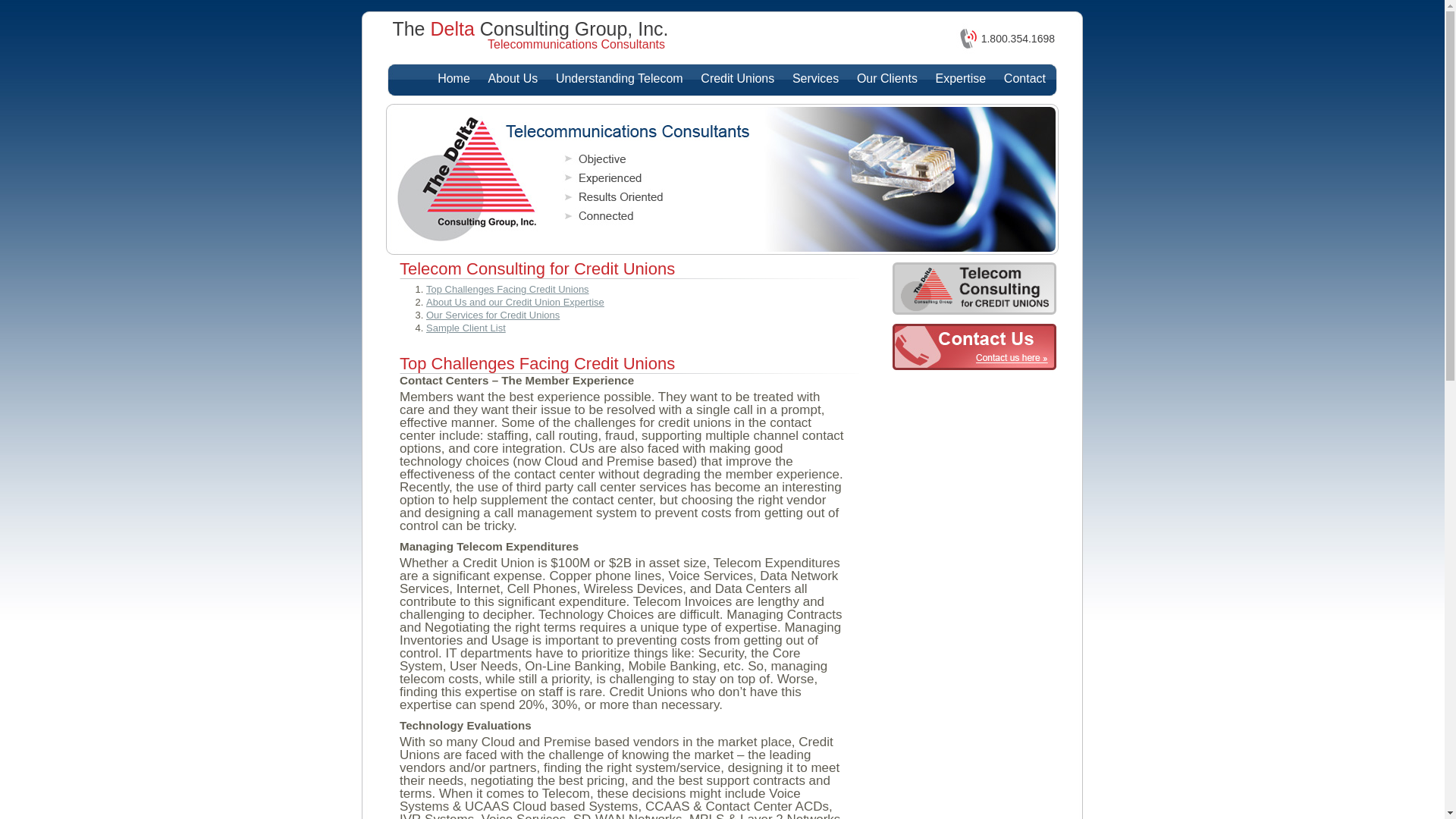  Describe the element at coordinates (737, 78) in the screenshot. I see `'Credit Unions'` at that location.